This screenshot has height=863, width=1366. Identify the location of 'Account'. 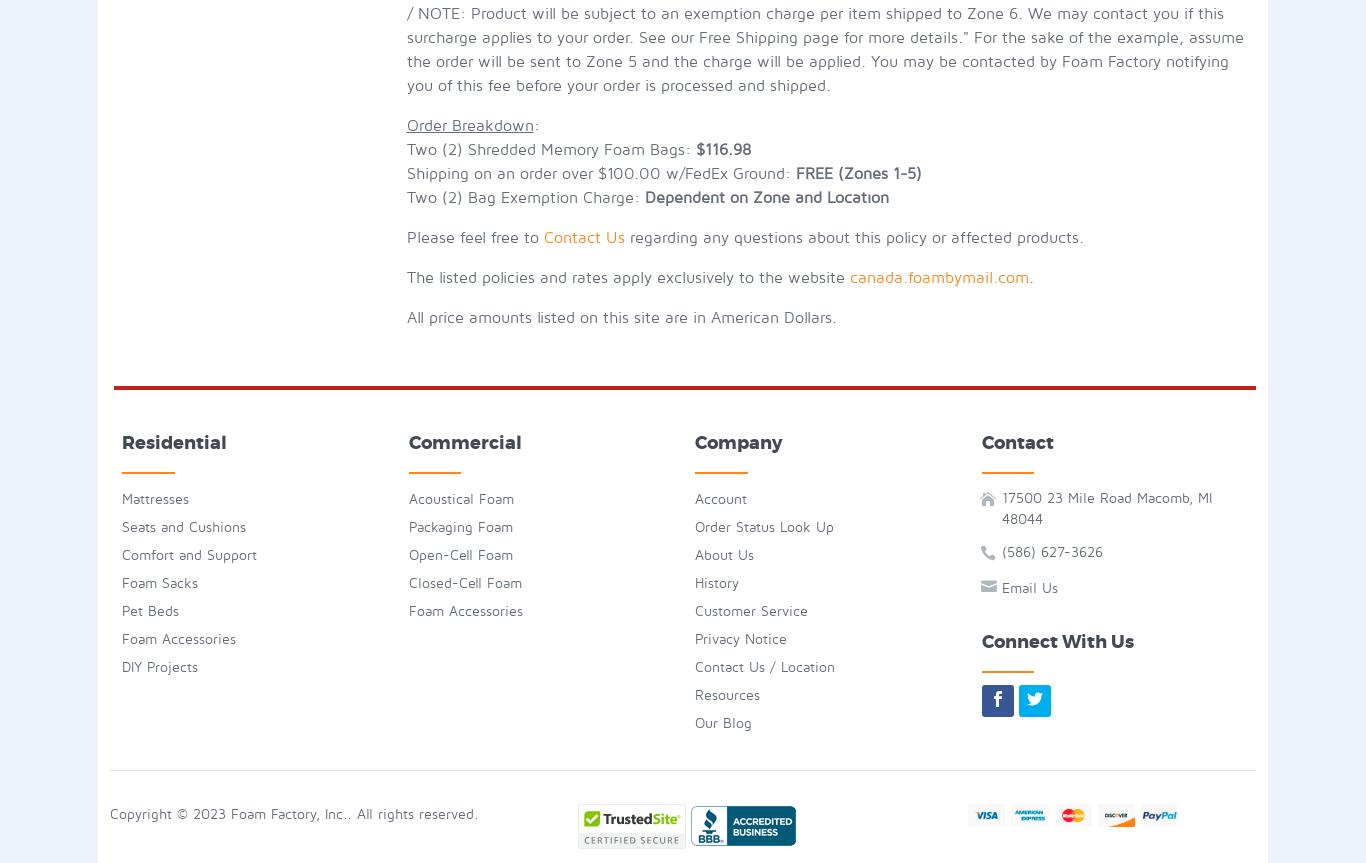
(695, 497).